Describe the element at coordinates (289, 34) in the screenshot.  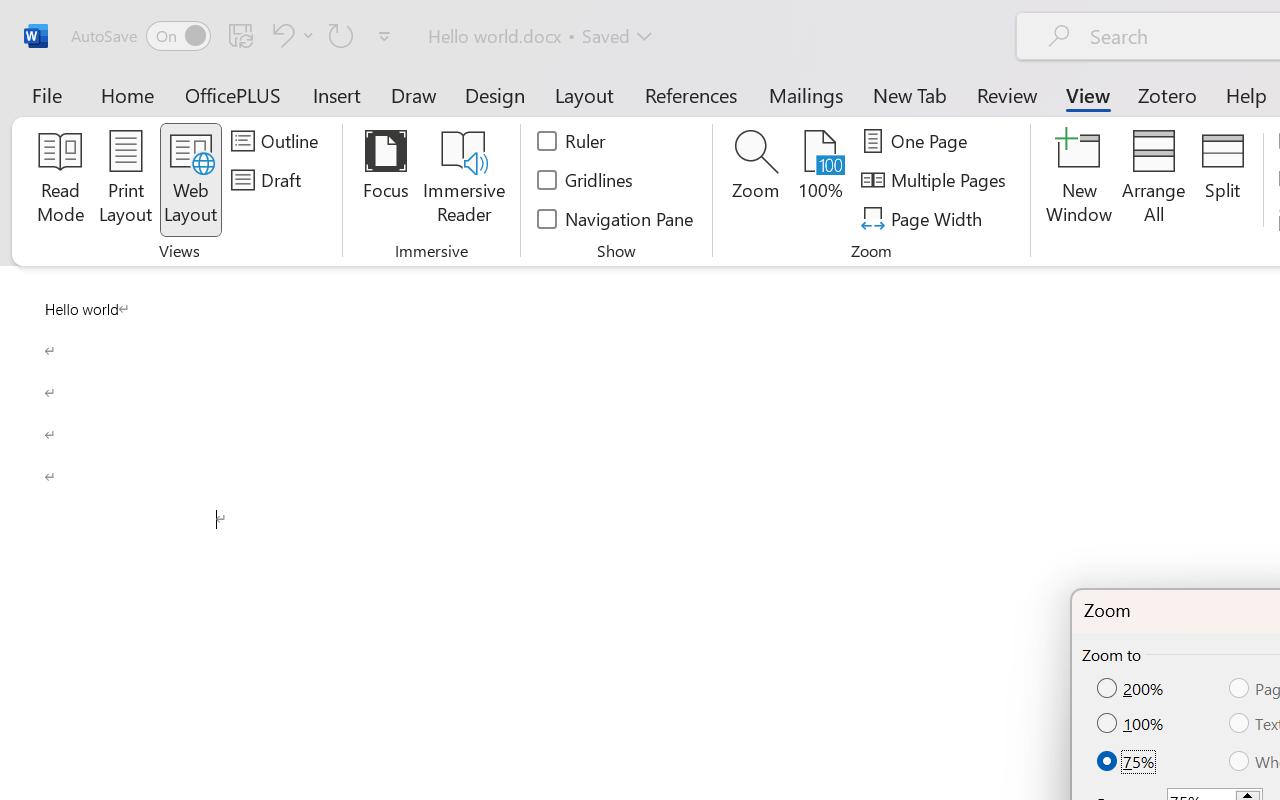
I see `'Undo Paragraph Formatting'` at that location.